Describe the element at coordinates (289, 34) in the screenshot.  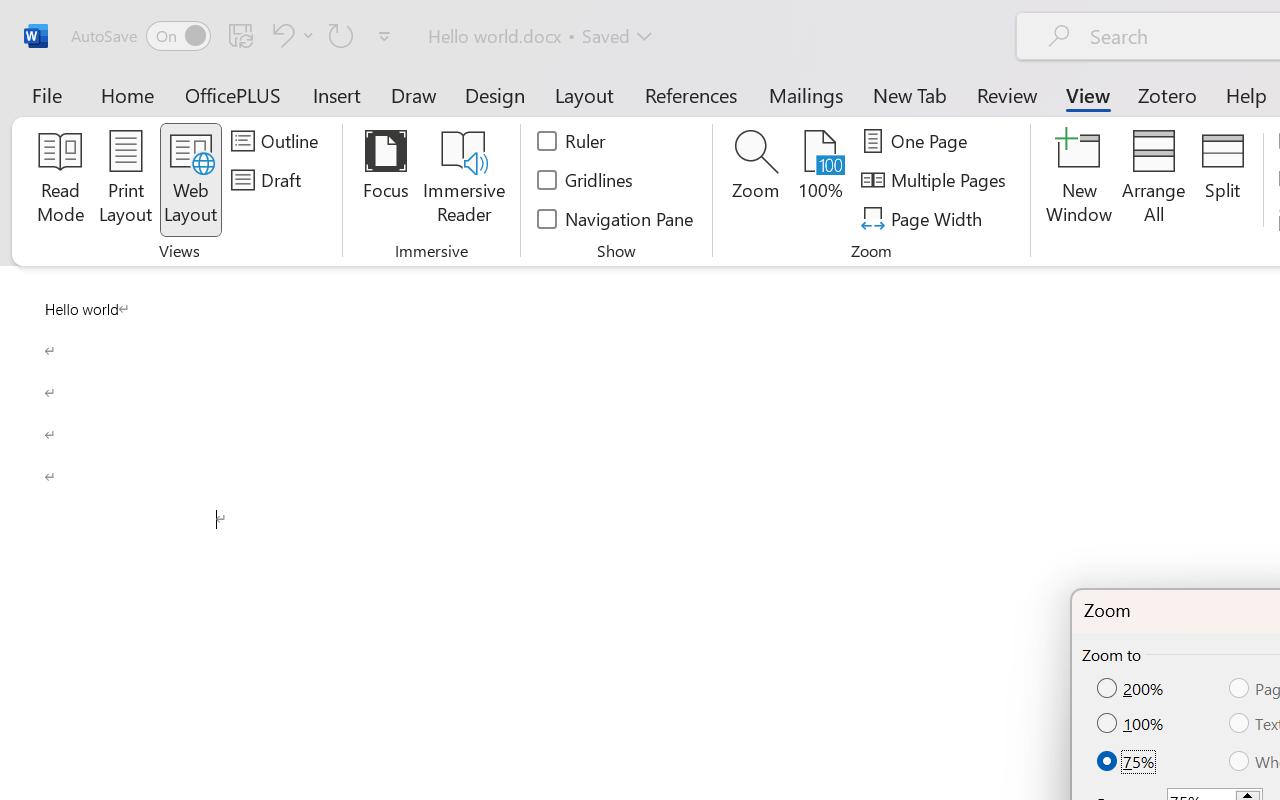
I see `'Undo Paragraph Formatting'` at that location.